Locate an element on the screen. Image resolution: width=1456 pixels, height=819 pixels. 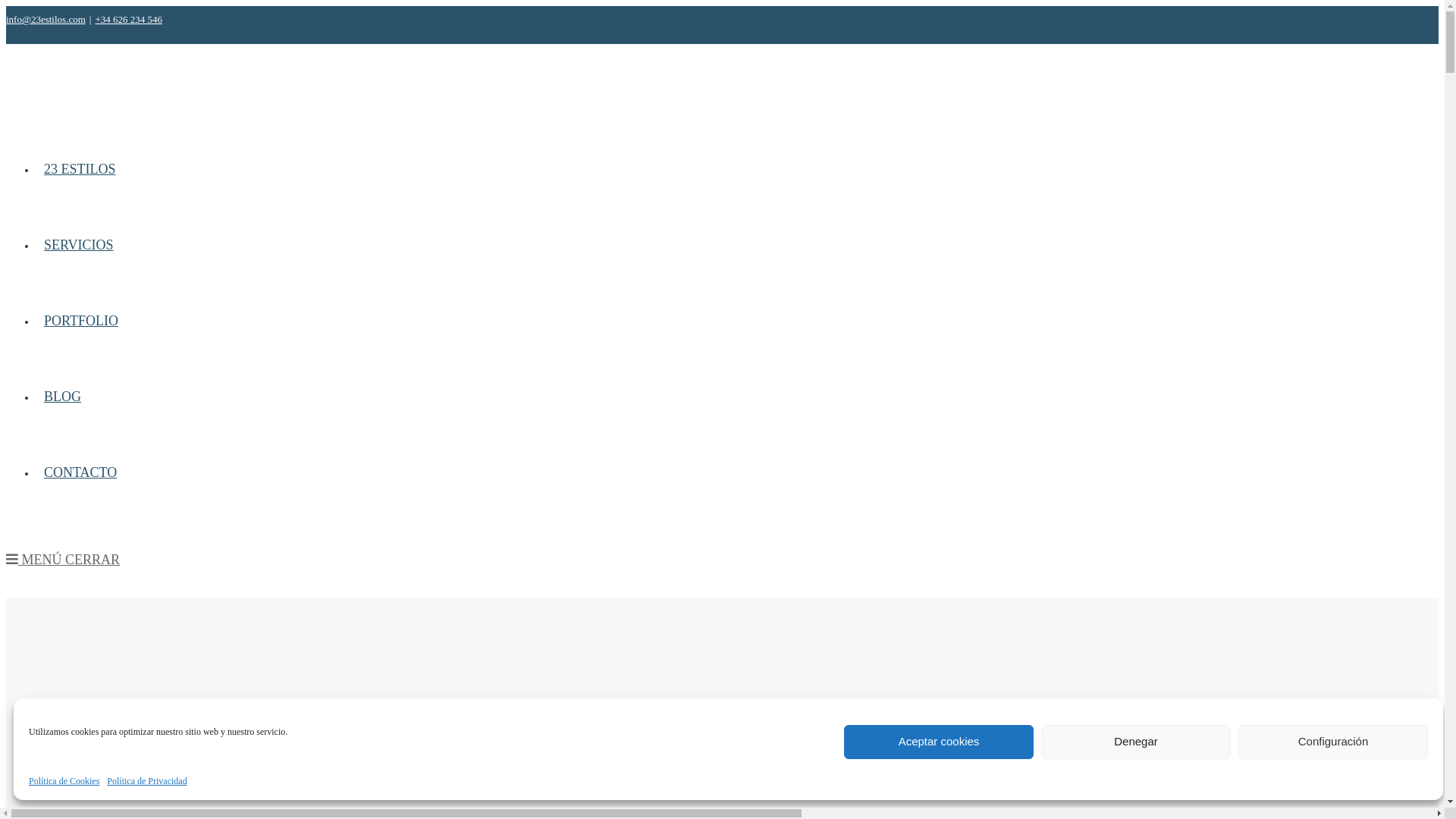
'BLOG' is located at coordinates (61, 394).